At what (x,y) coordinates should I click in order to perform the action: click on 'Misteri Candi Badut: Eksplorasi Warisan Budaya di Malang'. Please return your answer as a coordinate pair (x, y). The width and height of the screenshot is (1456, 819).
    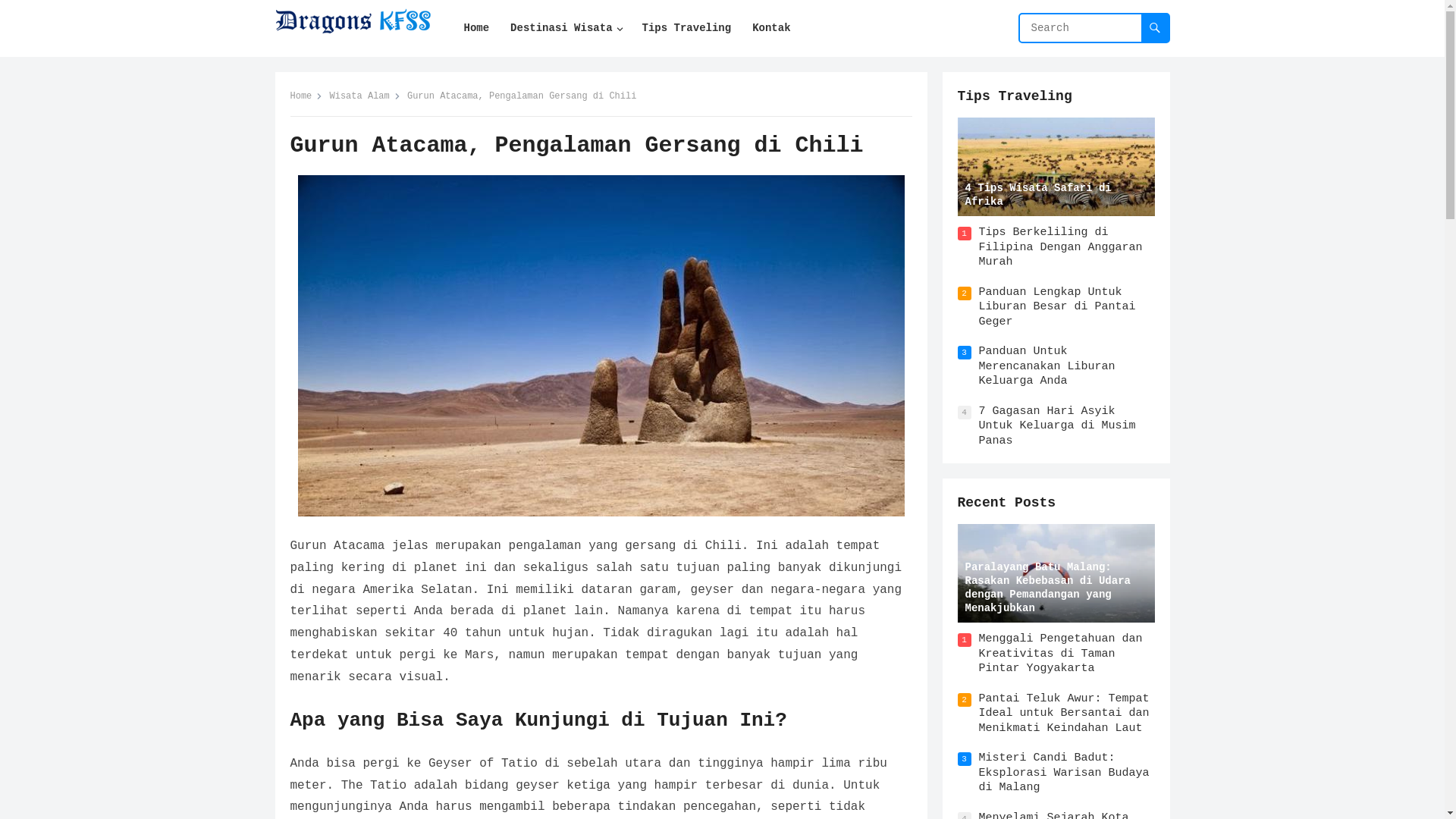
    Looking at the image, I should click on (1062, 772).